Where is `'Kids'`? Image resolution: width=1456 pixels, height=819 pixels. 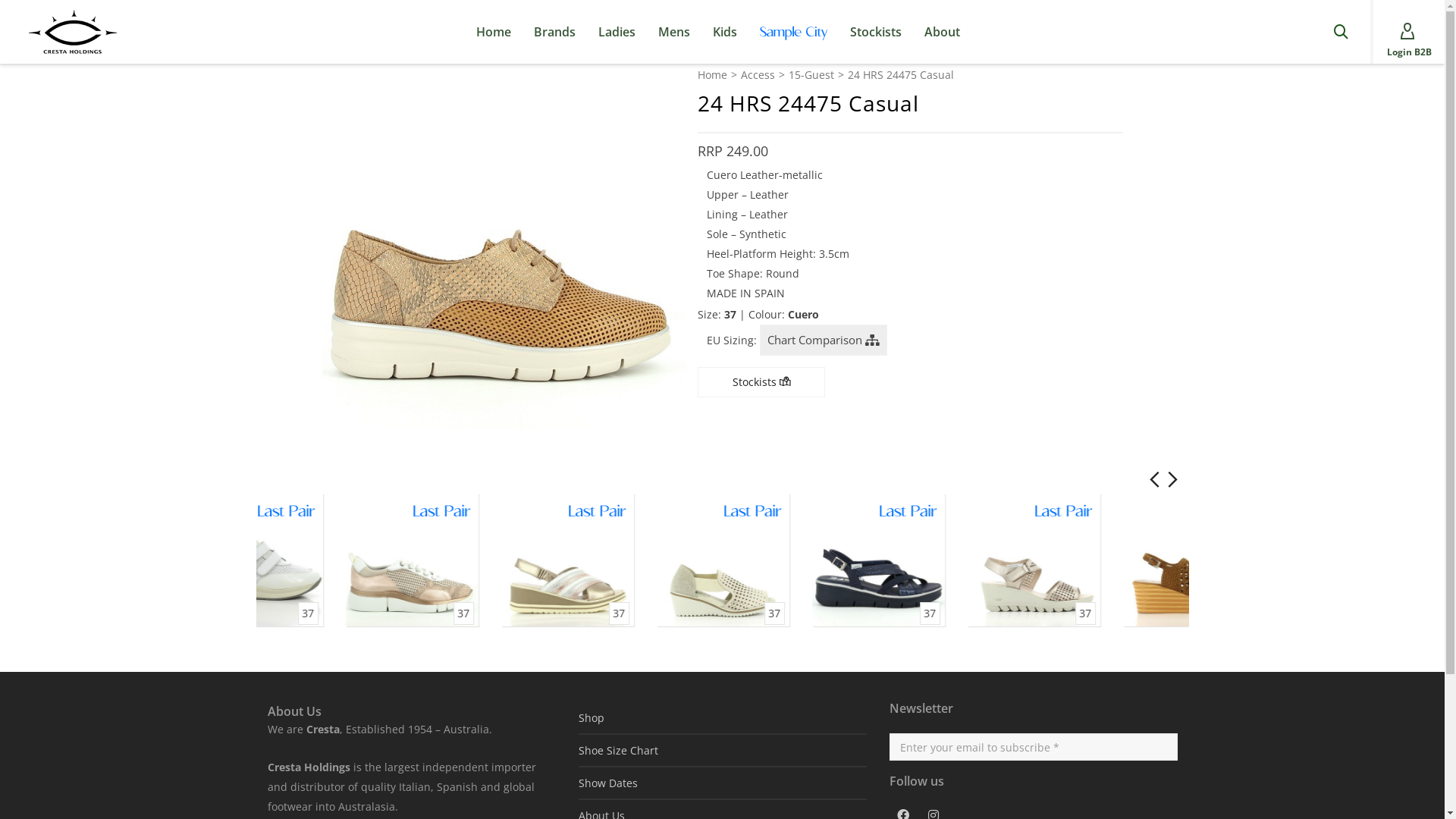
'Kids' is located at coordinates (701, 32).